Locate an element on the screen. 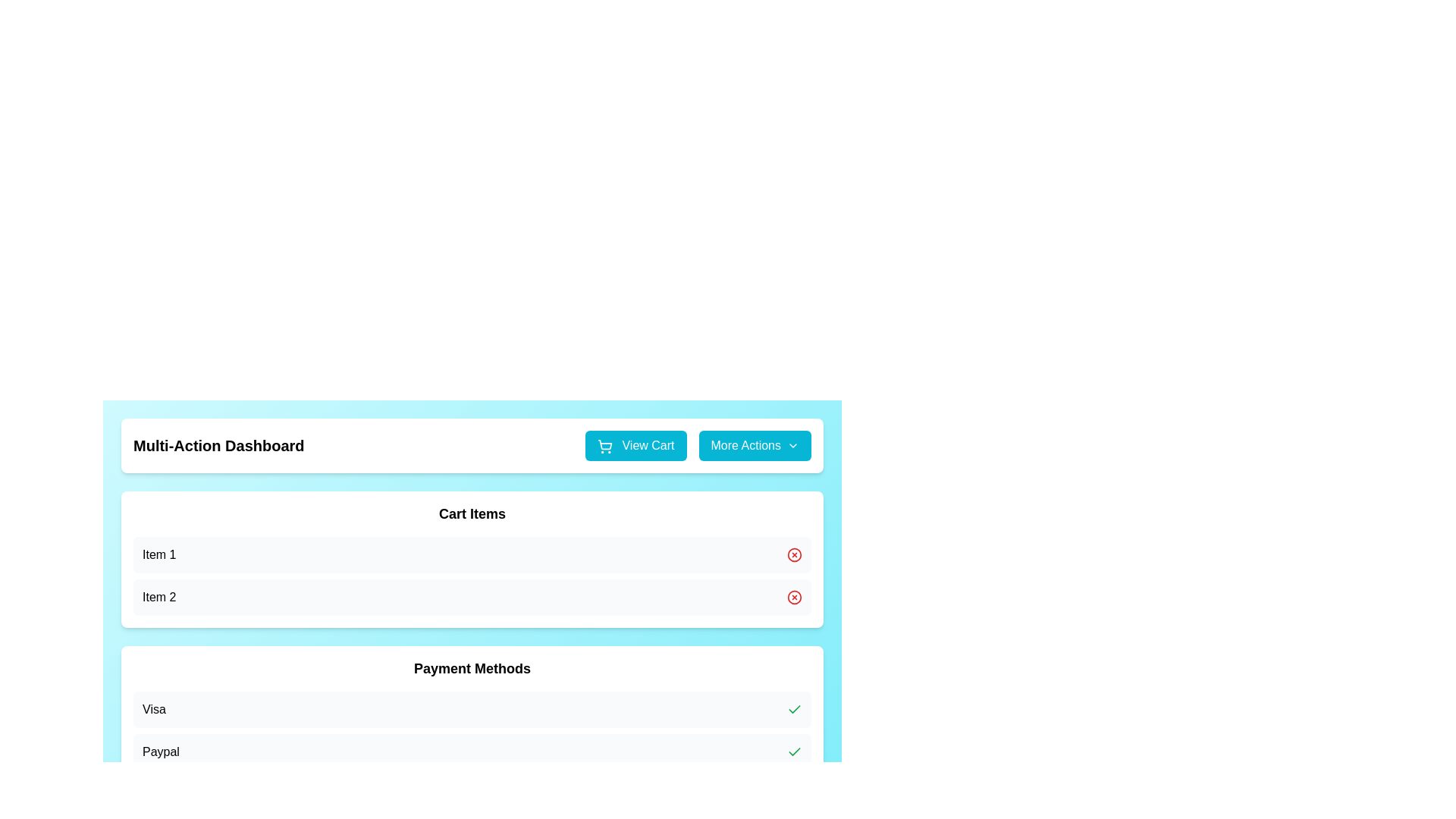  the delete button located on the right-hand side of the 'Item 2' entry in the 'Cart Items' section is located at coordinates (793, 596).